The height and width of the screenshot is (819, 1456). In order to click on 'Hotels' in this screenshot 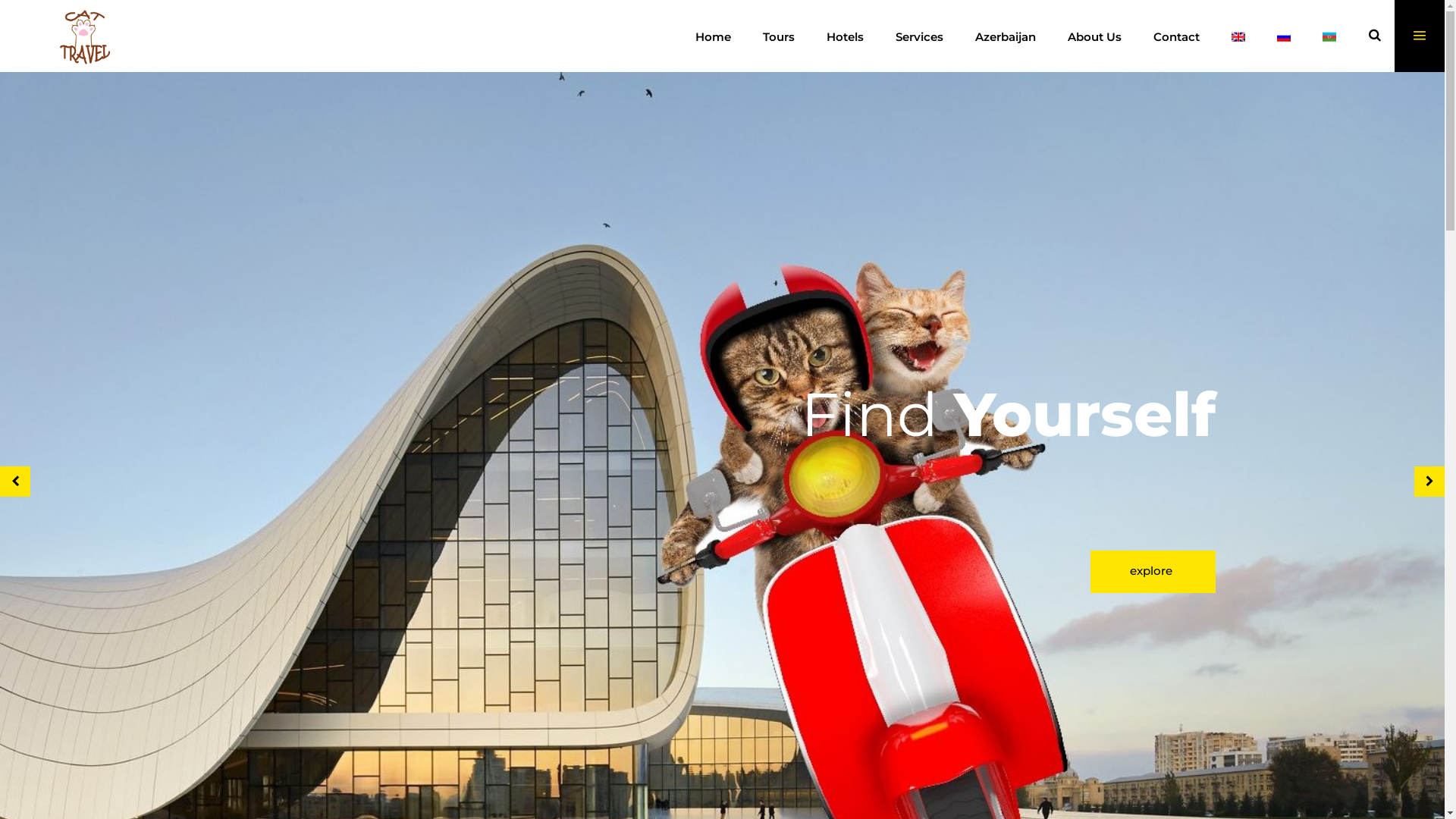, I will do `click(810, 35)`.